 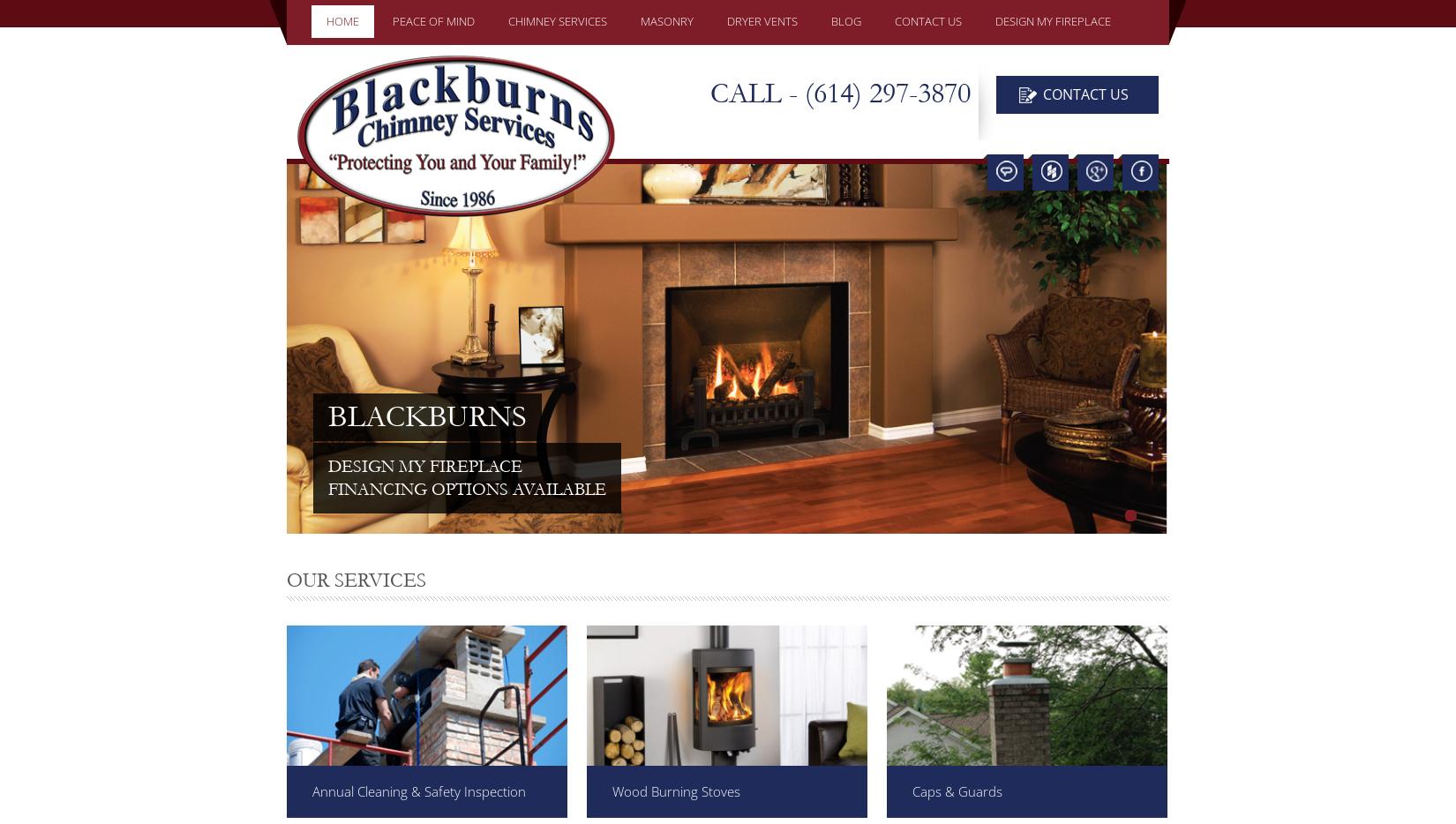 What do you see at coordinates (418, 791) in the screenshot?
I see `'Annual Cleaning & Safety Inspection'` at bounding box center [418, 791].